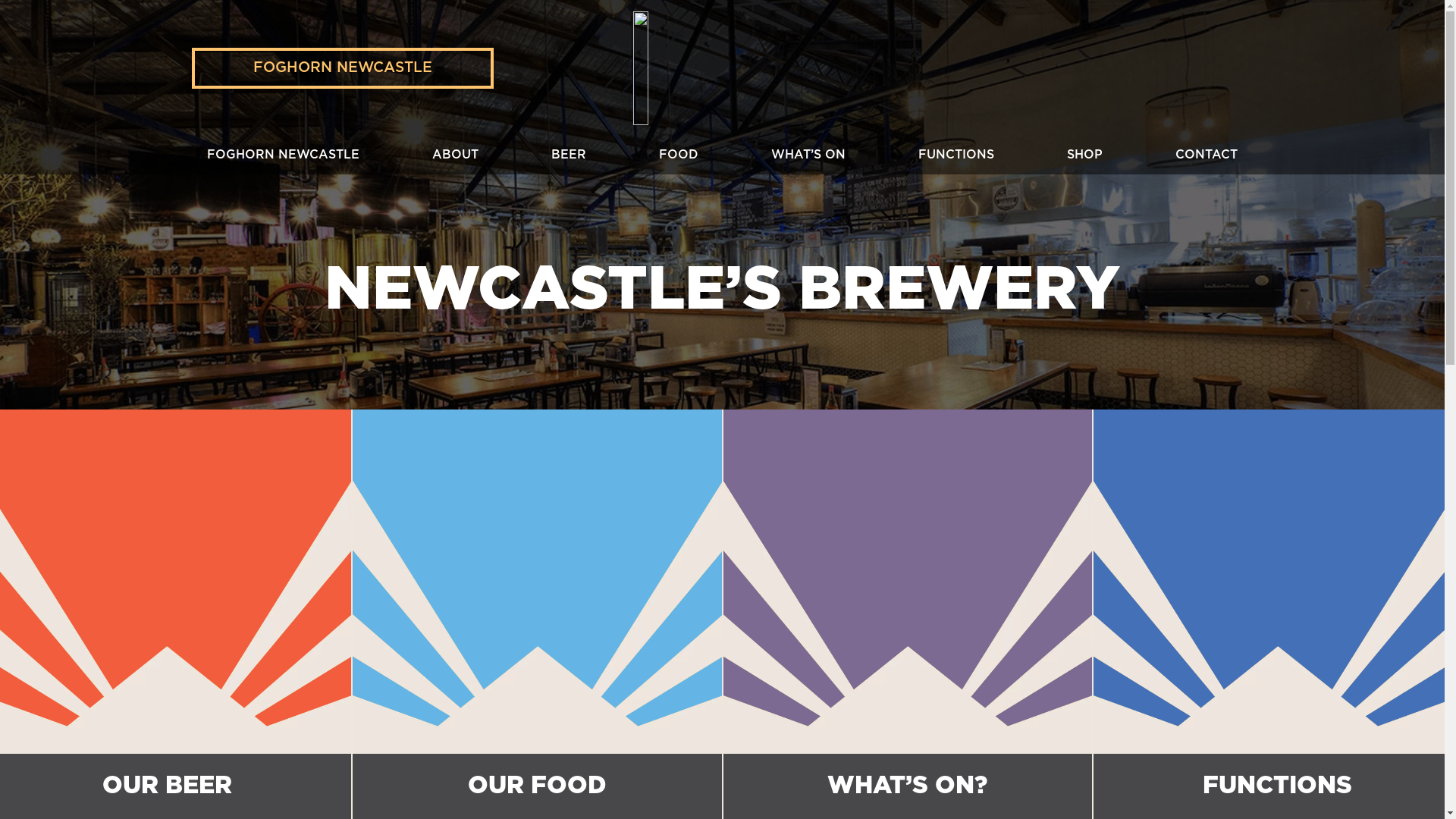  Describe the element at coordinates (454, 155) in the screenshot. I see `'ABOUT'` at that location.